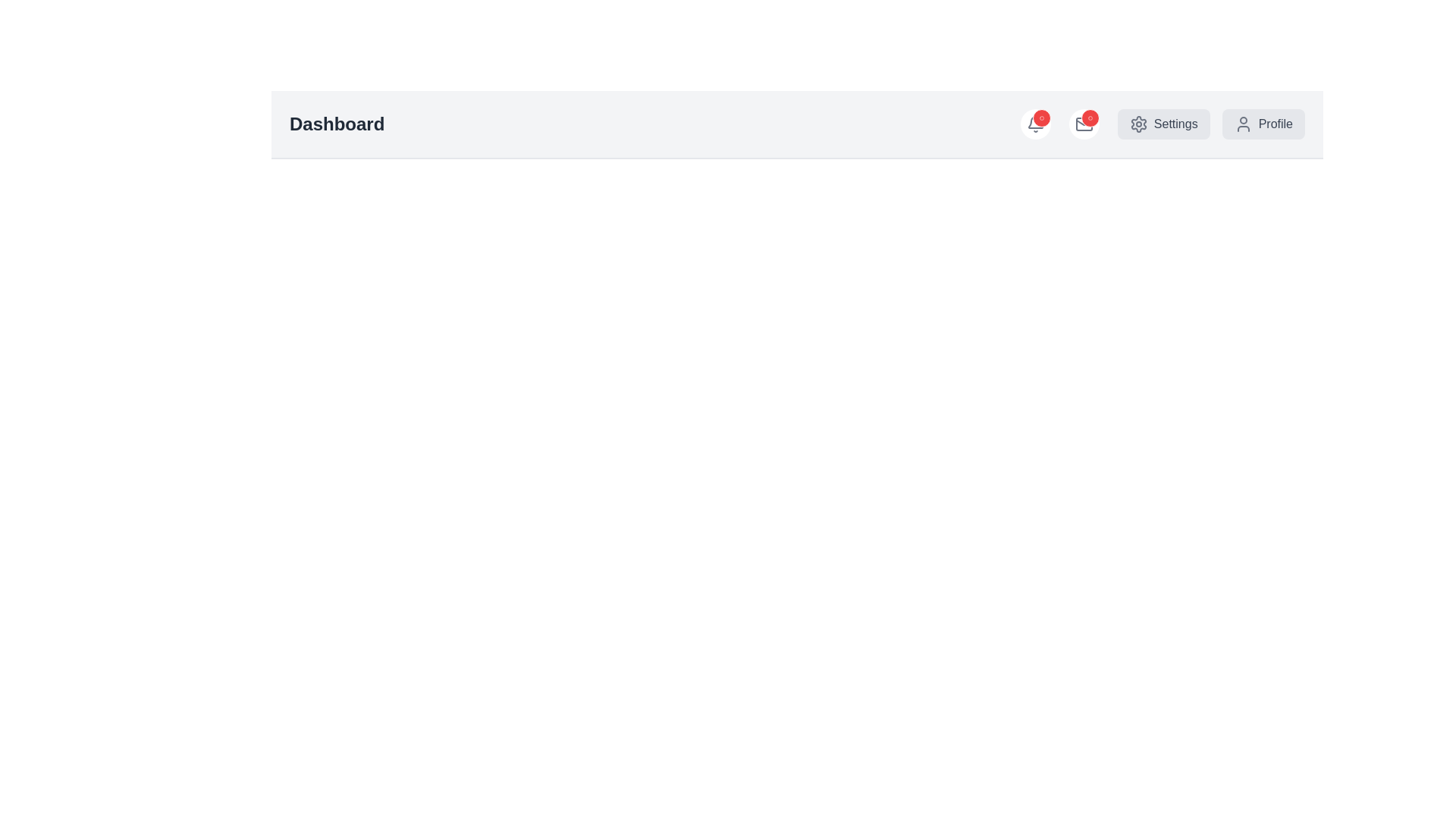  Describe the element at coordinates (1162, 124) in the screenshot. I see `the Toolbar located at the top-right corner of the interface, which includes distinct items like notifications, settings, and profile management` at that location.